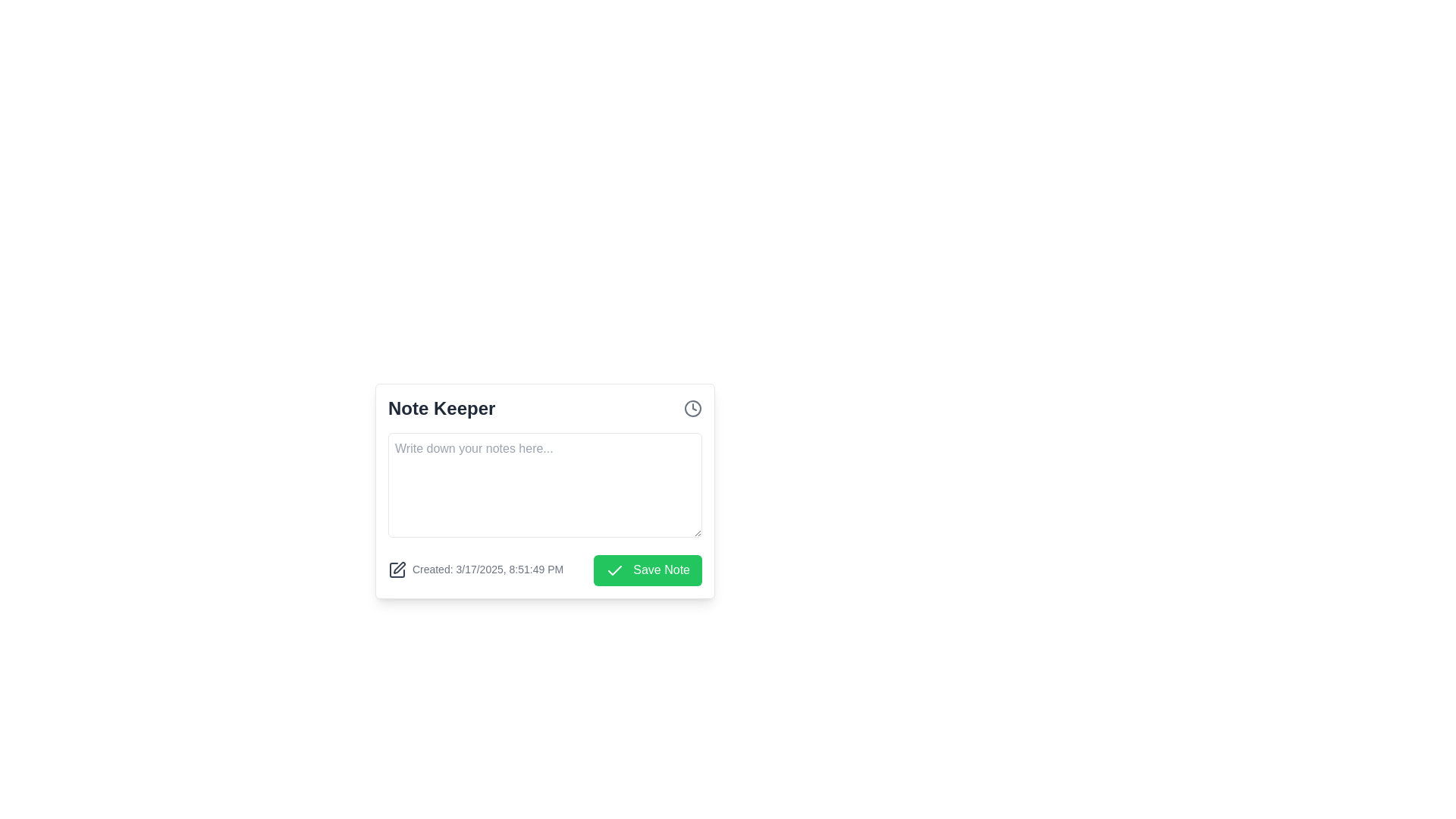 The image size is (1456, 819). I want to click on to select text in the text input field located below the title 'Note Keeper', so click(545, 485).